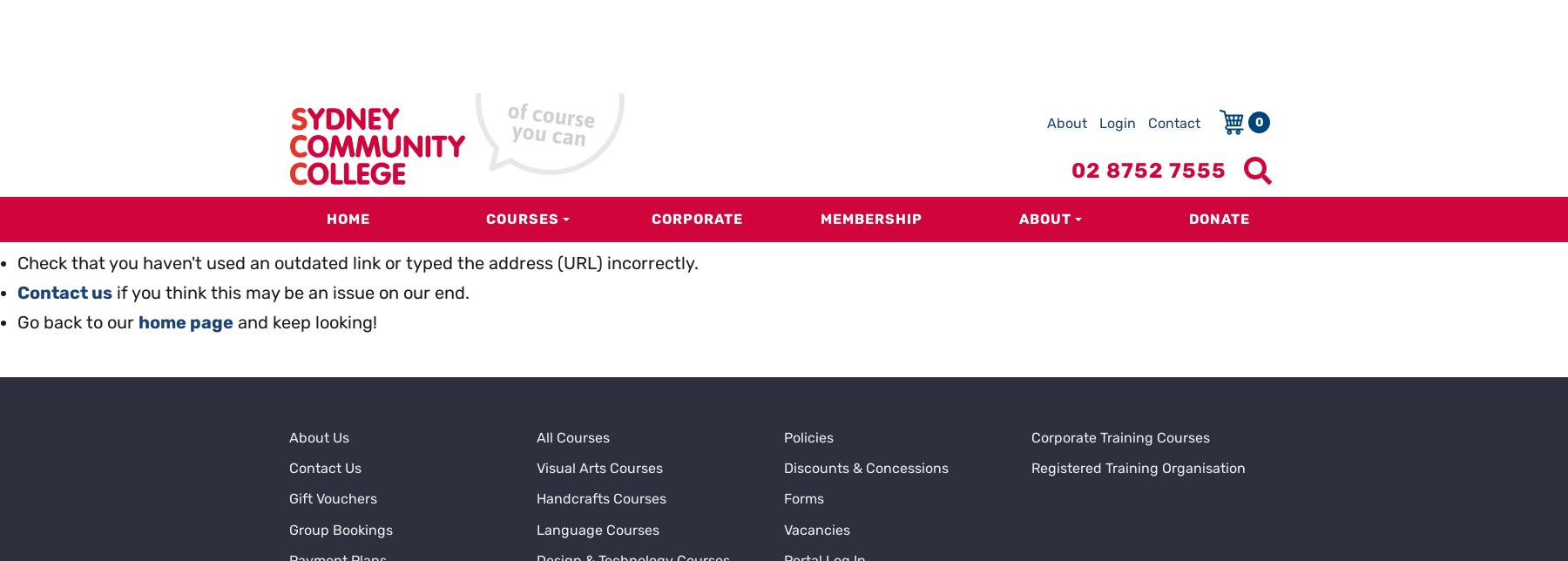 Image resolution: width=1568 pixels, height=561 pixels. What do you see at coordinates (600, 254) in the screenshot?
I see `'Handcrafts Courses'` at bounding box center [600, 254].